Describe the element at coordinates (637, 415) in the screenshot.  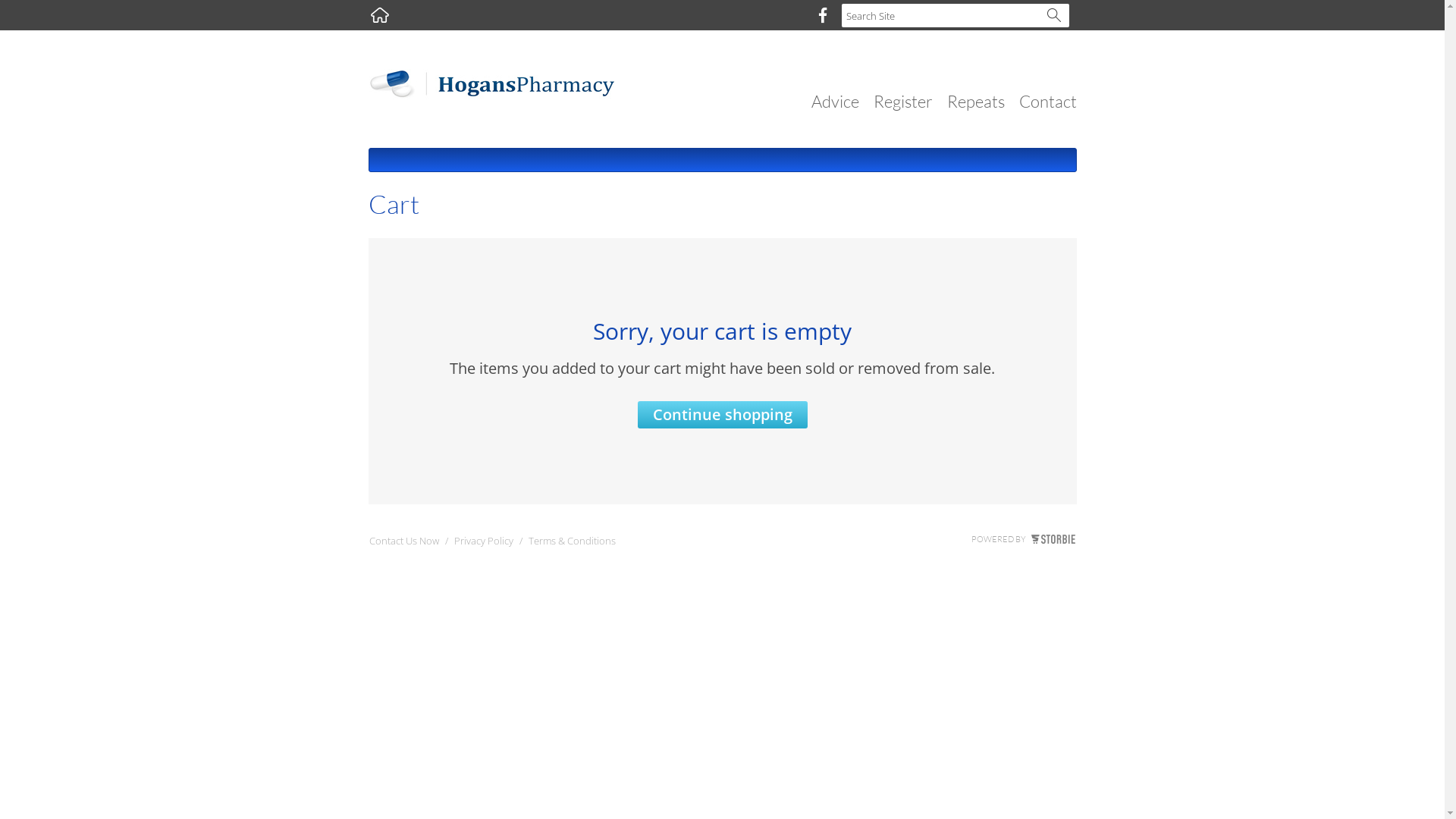
I see `'Continue shopping'` at that location.